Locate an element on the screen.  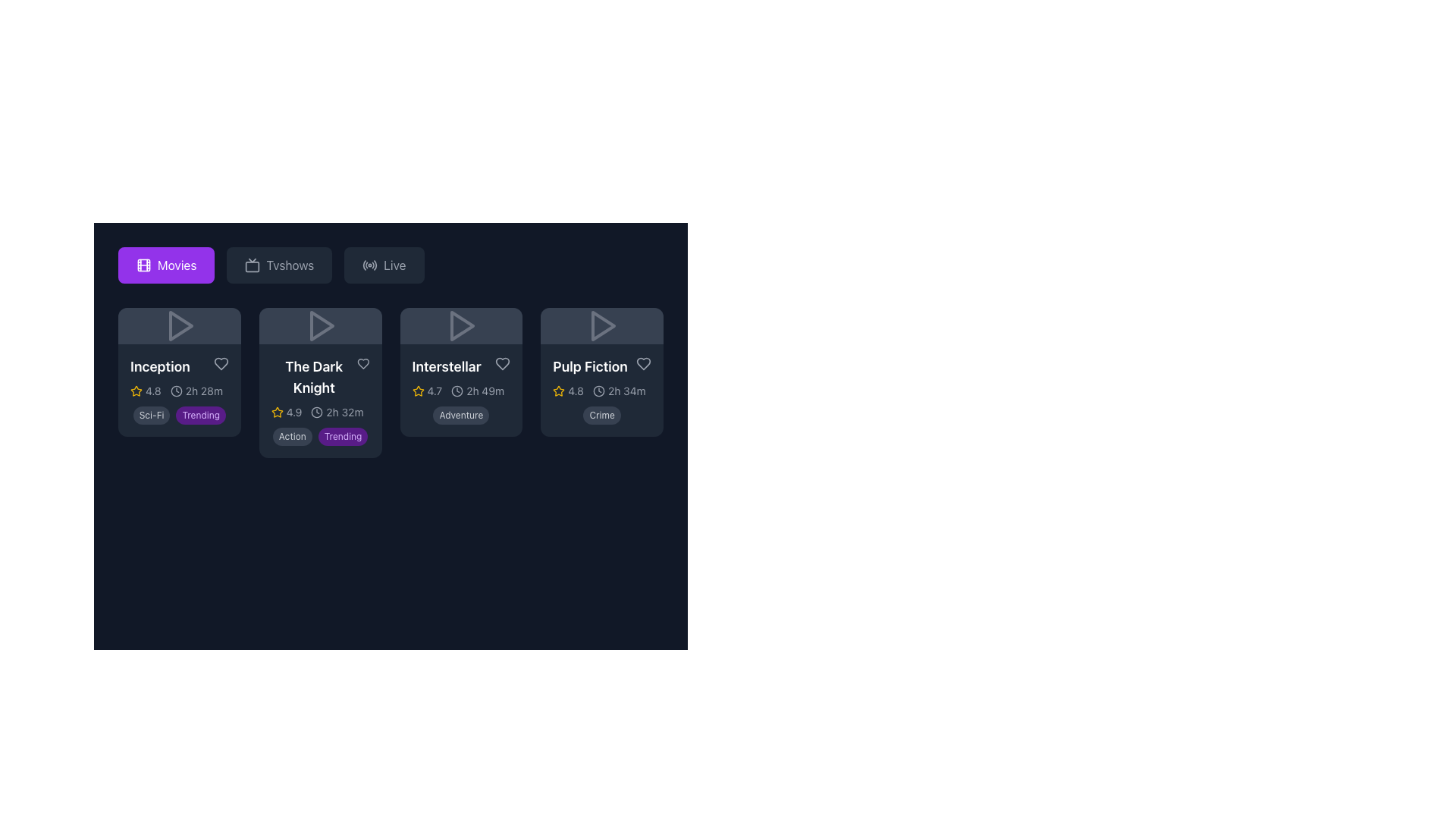
the movie card displaying information about 'Interstellar', which is the third item in the second row of movie cards is located at coordinates (460, 372).